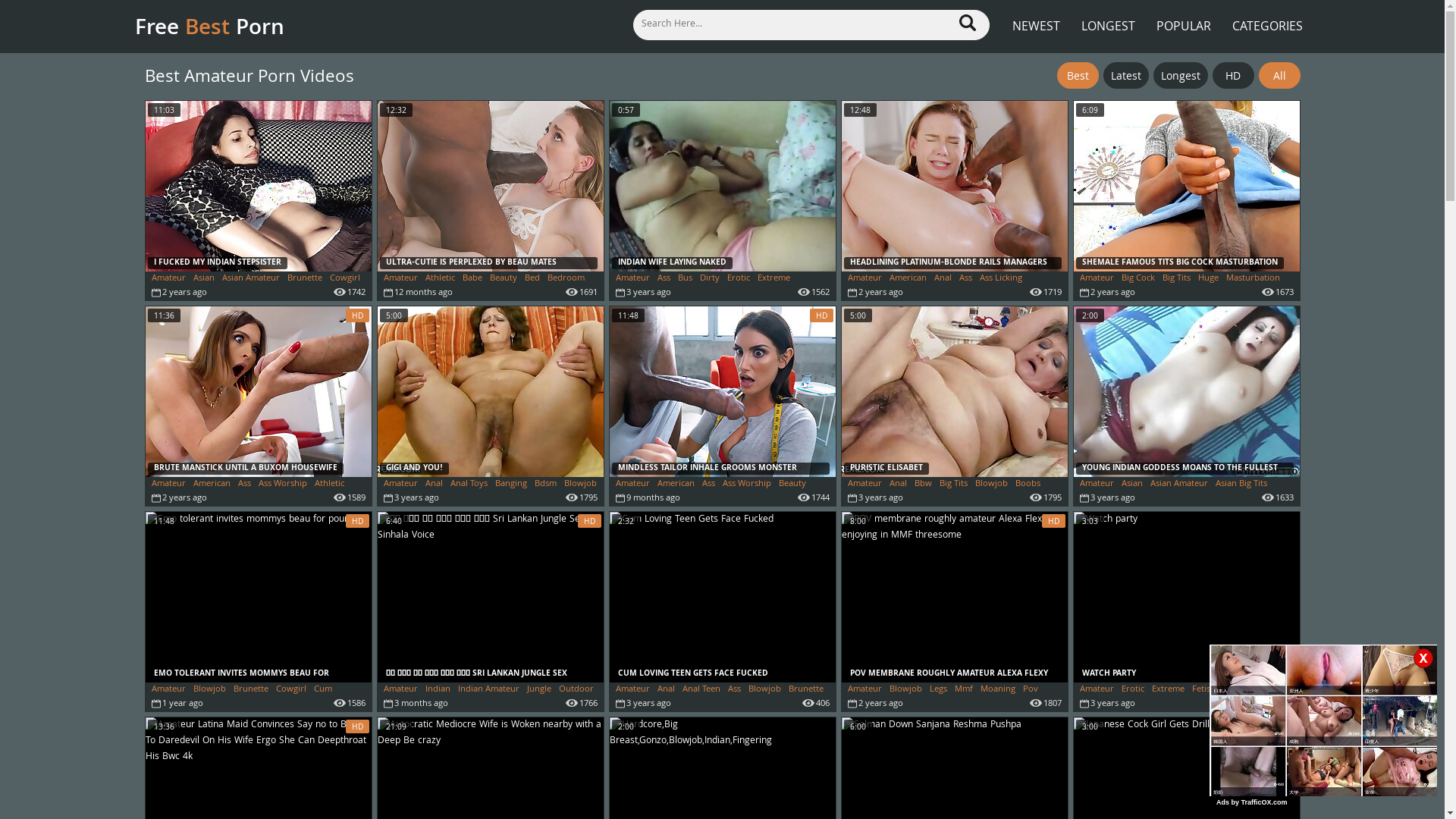  Describe the element at coordinates (864, 689) in the screenshot. I see `'Amateur'` at that location.